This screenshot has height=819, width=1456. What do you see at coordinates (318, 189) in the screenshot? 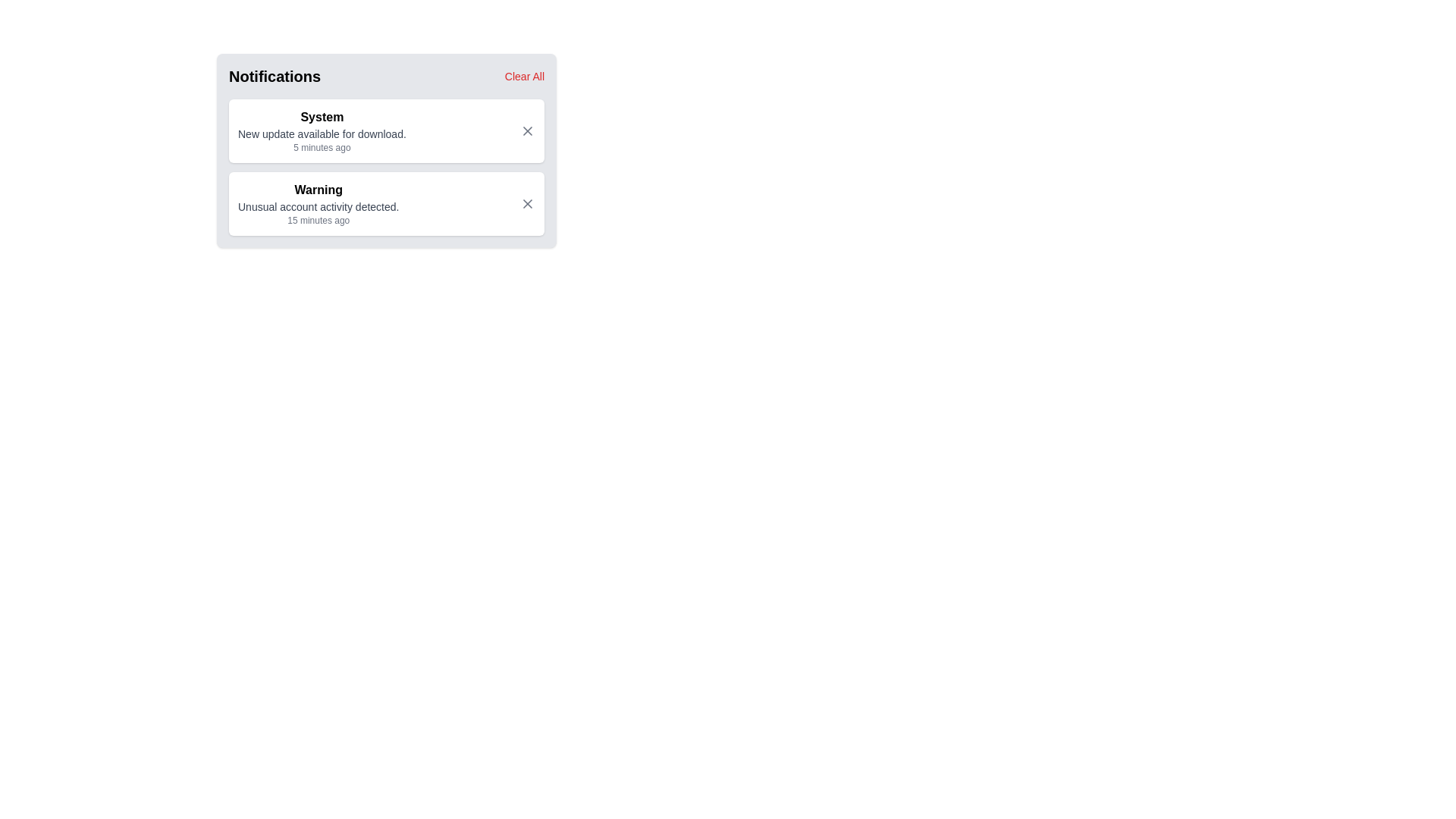
I see `the 'Warning' text label displayed prominently at the top of the second notification card in the notification panel` at bounding box center [318, 189].